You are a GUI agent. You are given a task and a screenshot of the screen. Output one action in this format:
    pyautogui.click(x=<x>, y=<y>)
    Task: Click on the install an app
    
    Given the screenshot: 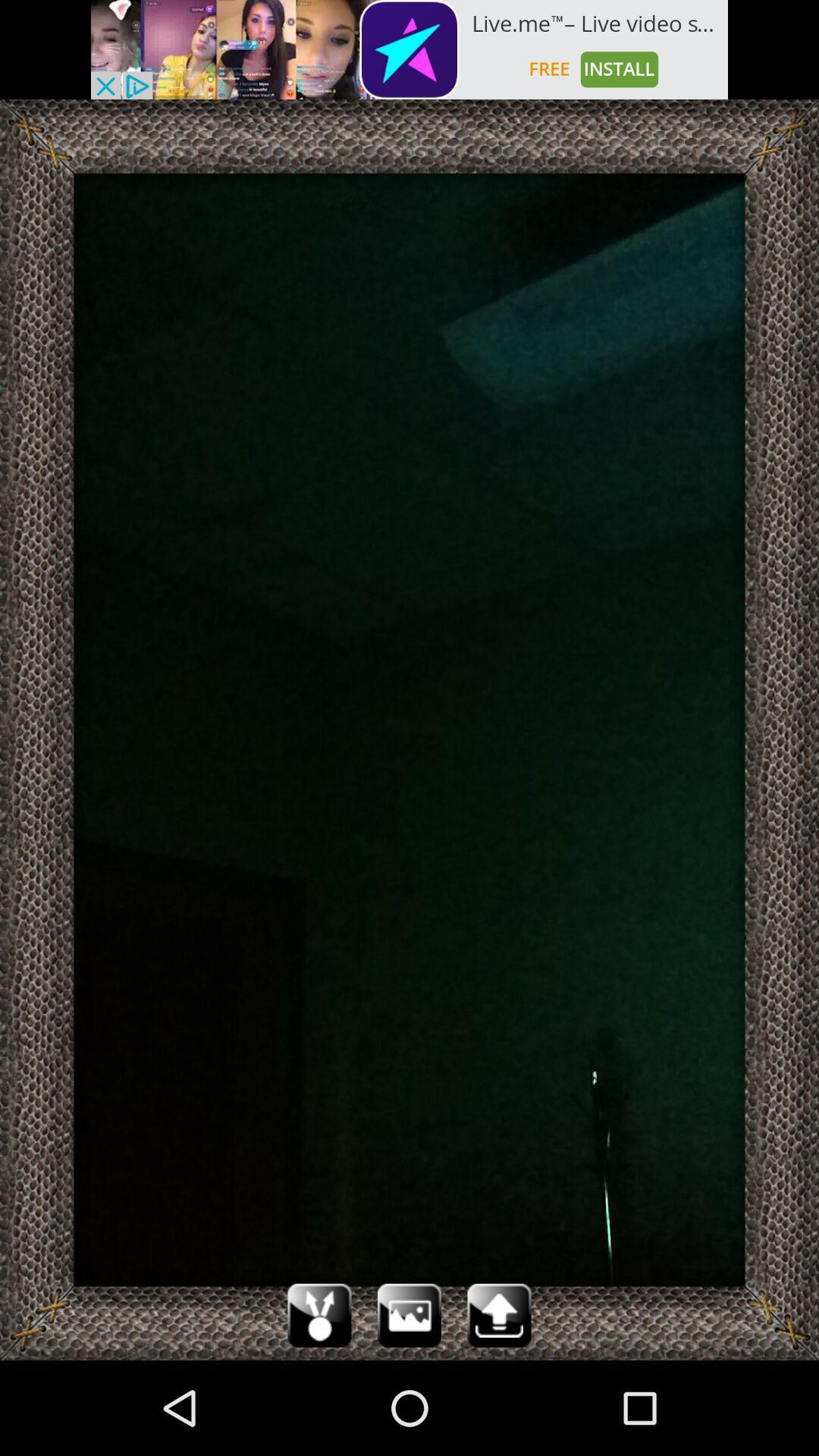 What is the action you would take?
    pyautogui.click(x=409, y=49)
    